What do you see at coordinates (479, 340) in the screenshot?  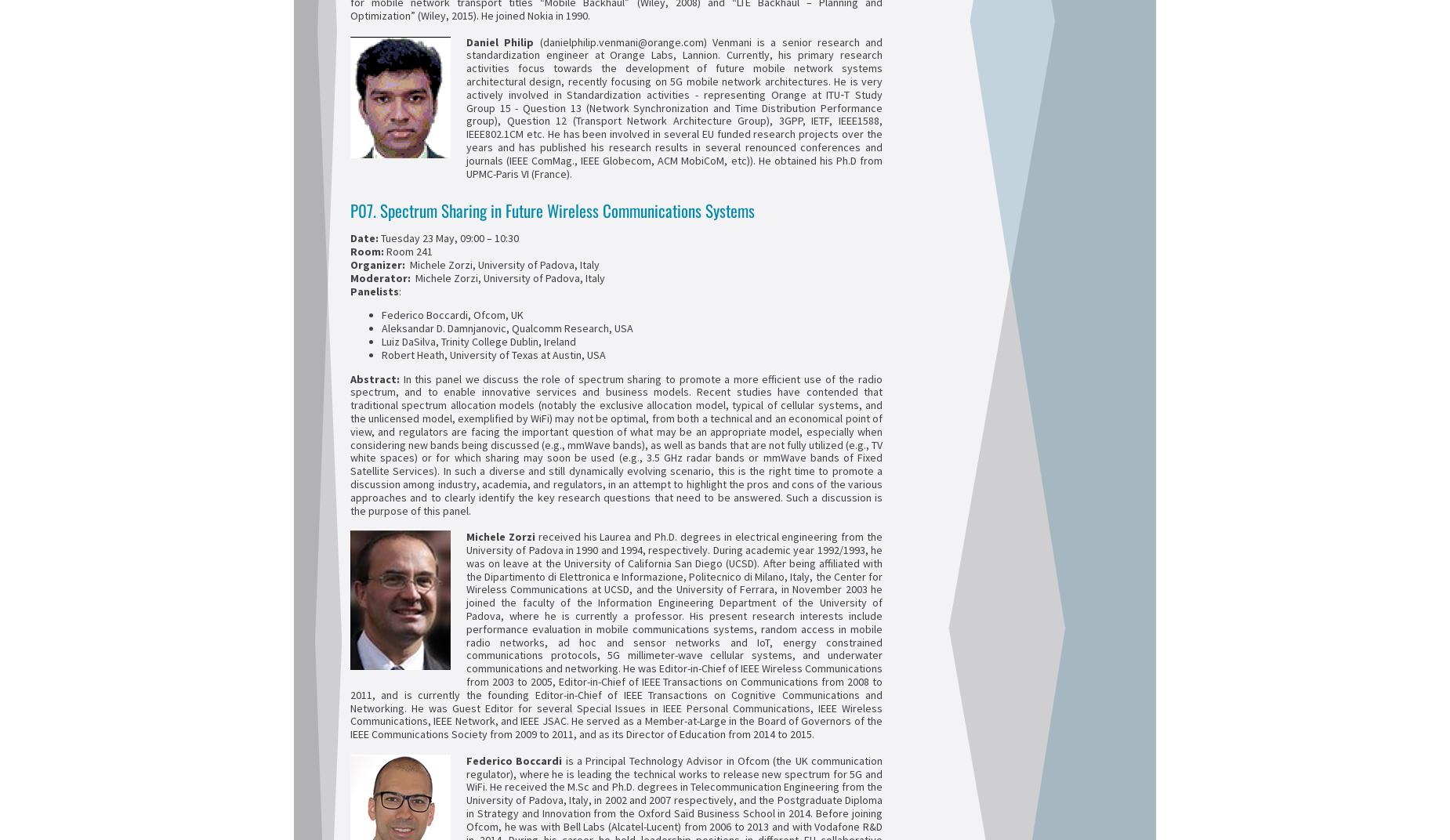 I see `'Luiz DaSilva, Trinity College Dublin, Ireland'` at bounding box center [479, 340].